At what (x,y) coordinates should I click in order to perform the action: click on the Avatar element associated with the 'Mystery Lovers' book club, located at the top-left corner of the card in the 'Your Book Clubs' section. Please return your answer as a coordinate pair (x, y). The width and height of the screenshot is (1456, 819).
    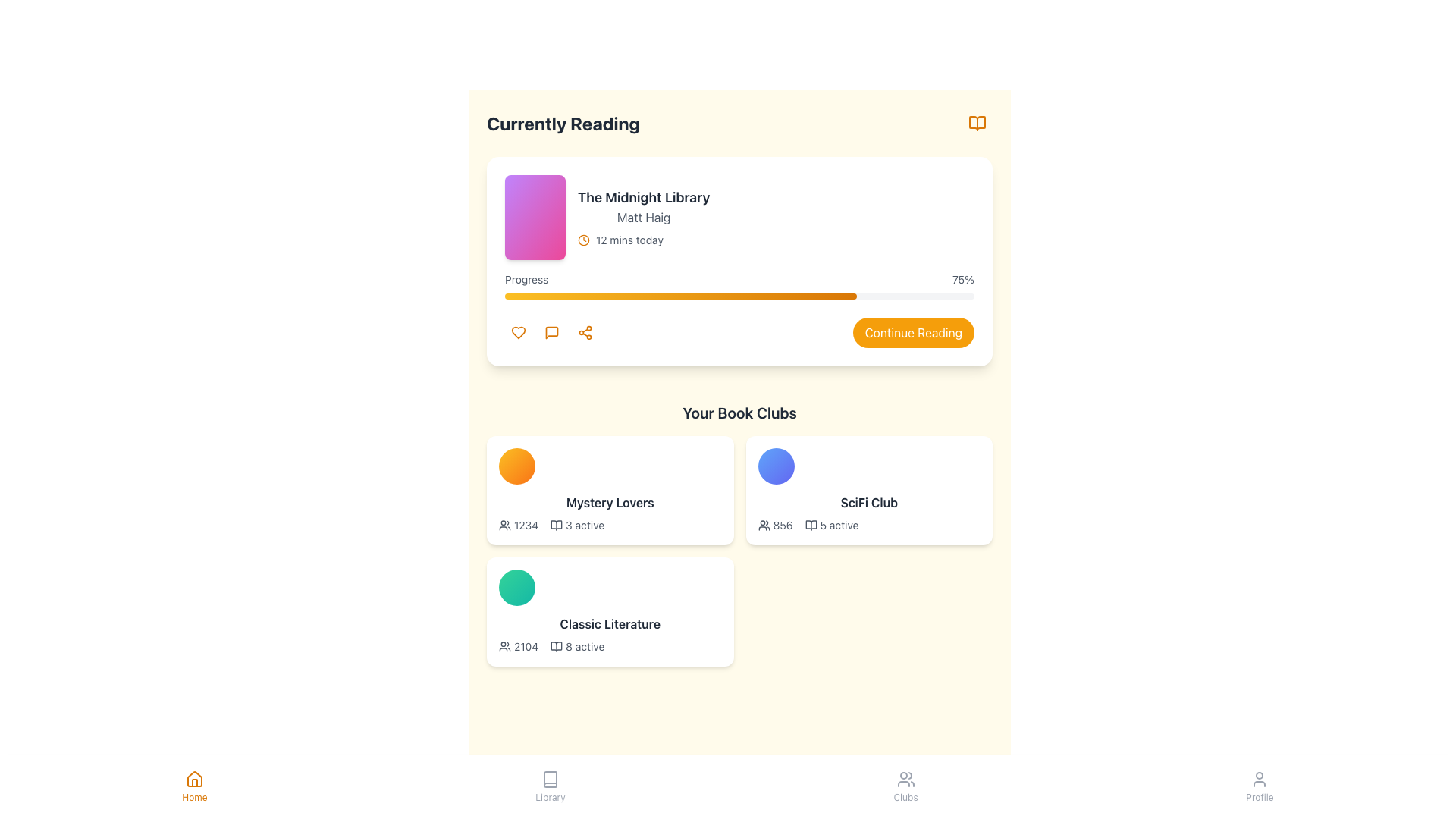
    Looking at the image, I should click on (516, 465).